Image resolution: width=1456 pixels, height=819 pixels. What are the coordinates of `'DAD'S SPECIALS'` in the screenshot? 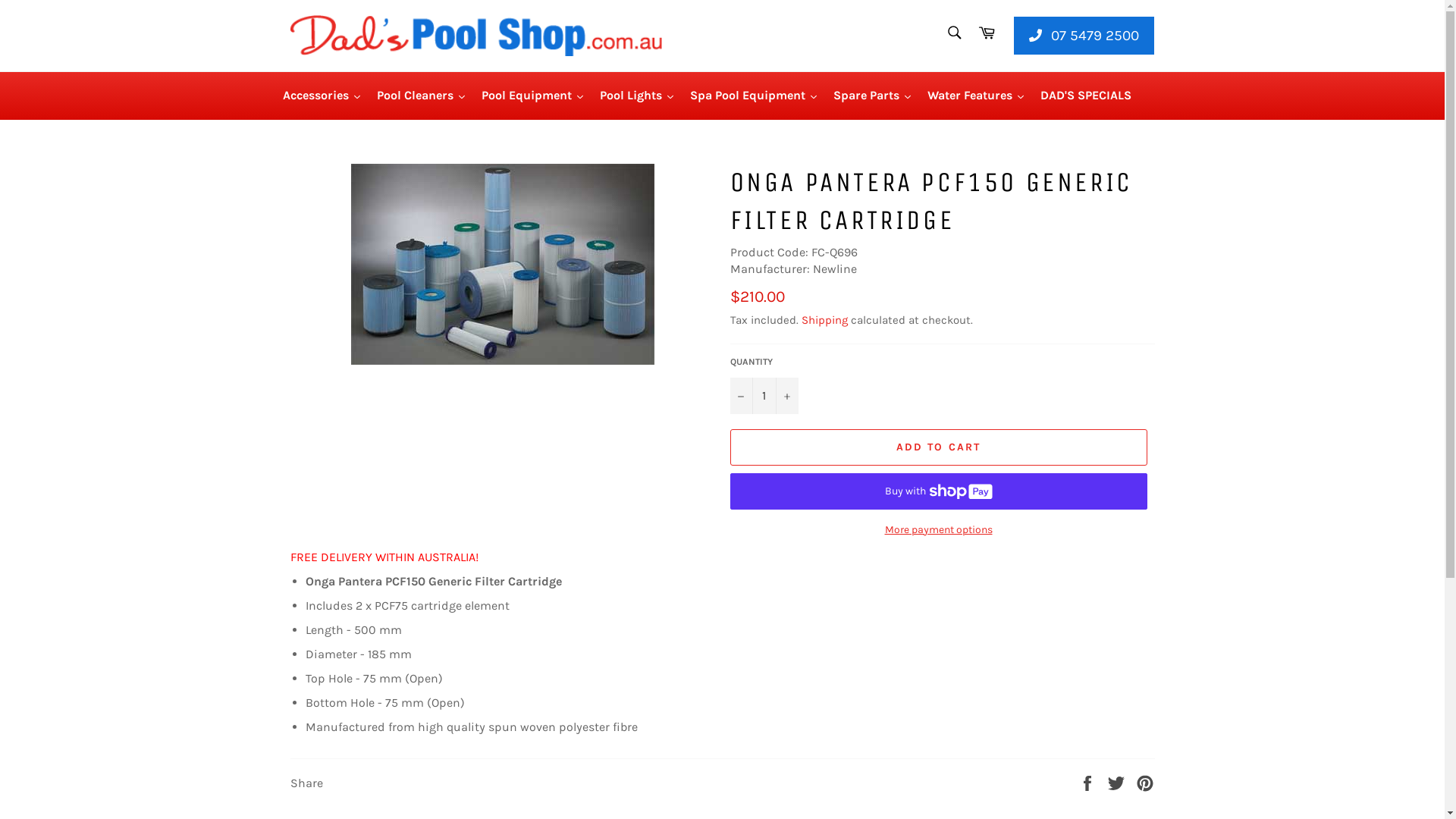 It's located at (1084, 96).